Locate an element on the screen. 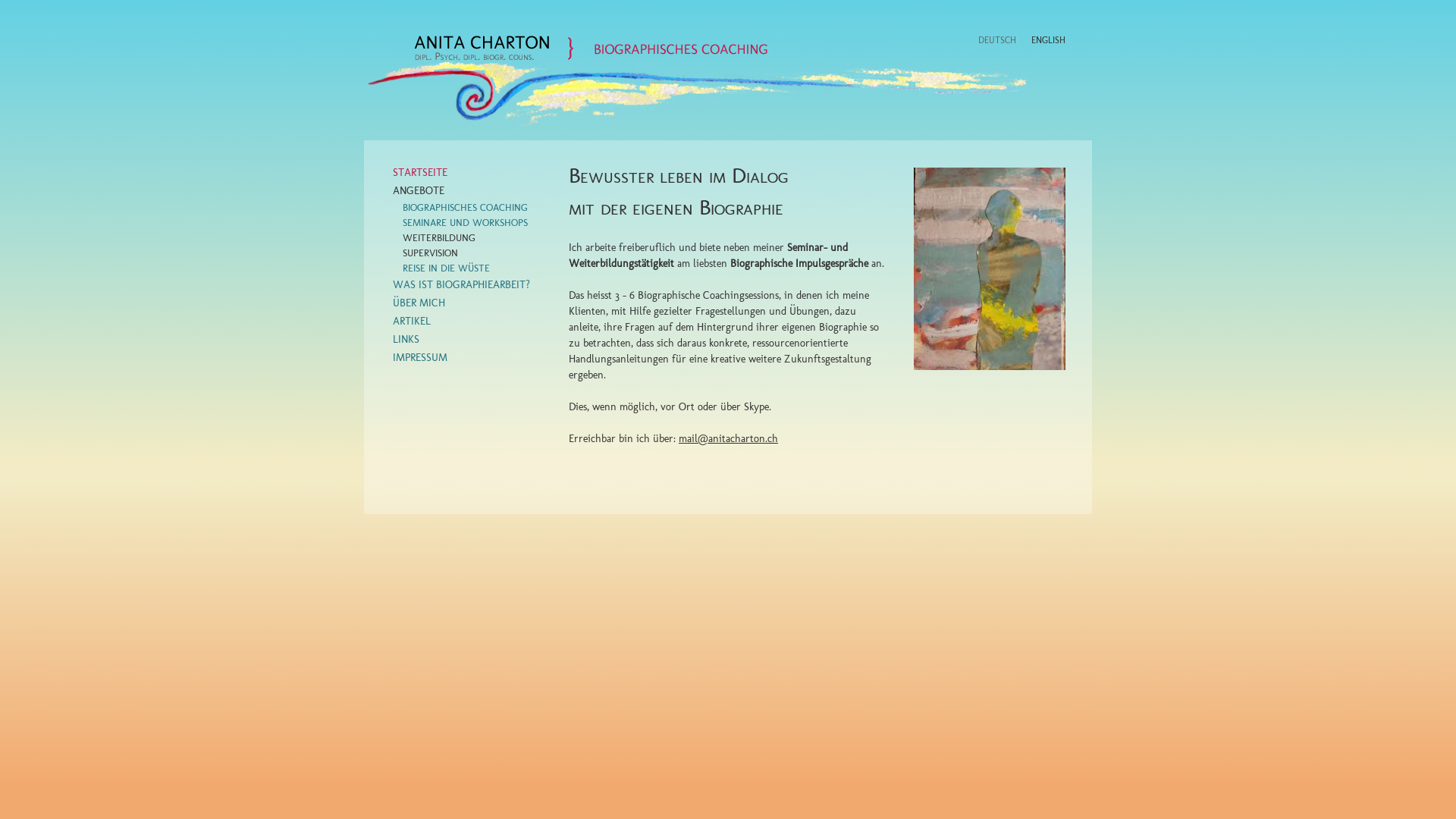 This screenshot has height=819, width=1456. 'DEUTSCH' is located at coordinates (997, 39).